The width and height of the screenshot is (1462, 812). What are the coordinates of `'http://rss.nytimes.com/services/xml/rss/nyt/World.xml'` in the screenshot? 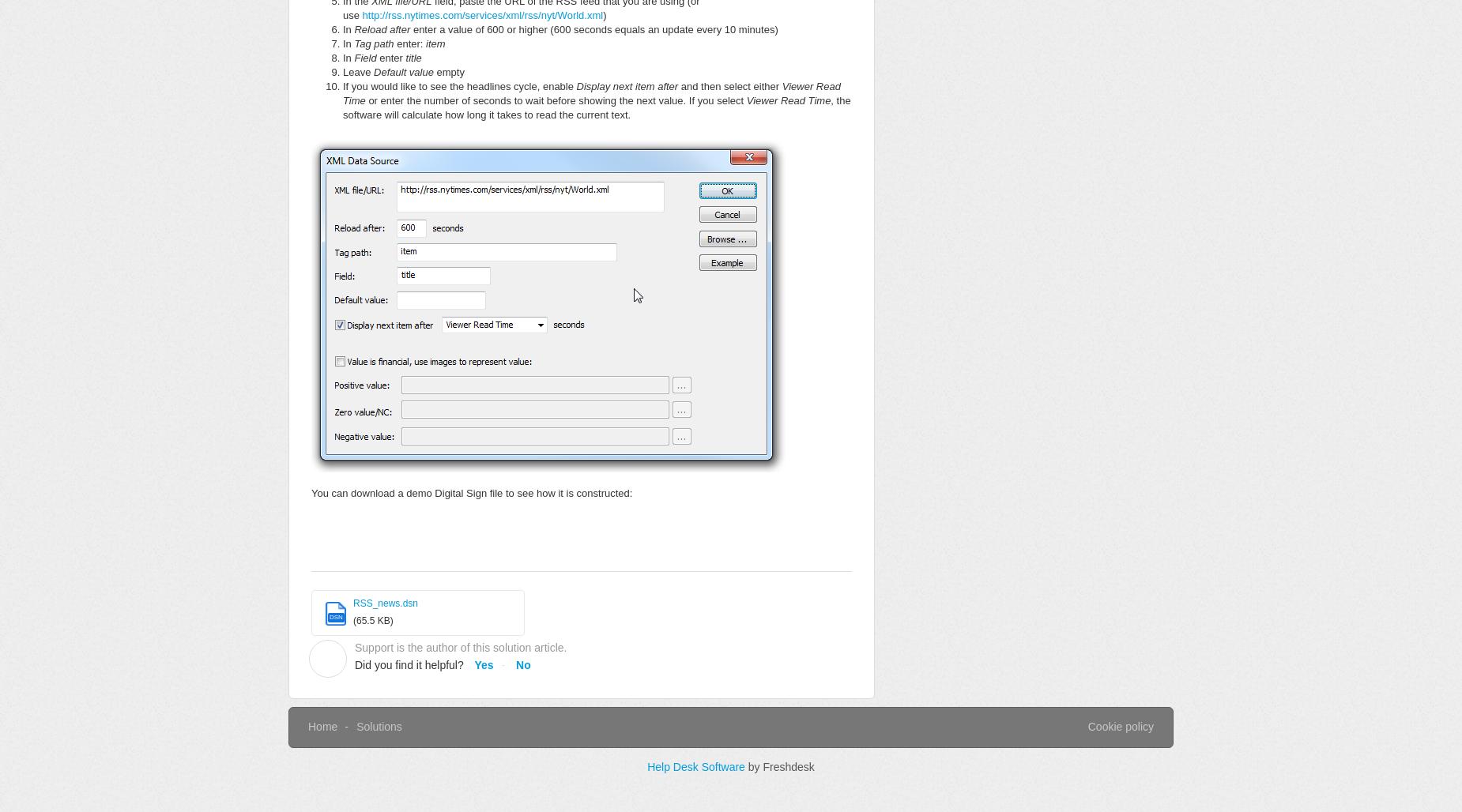 It's located at (361, 15).